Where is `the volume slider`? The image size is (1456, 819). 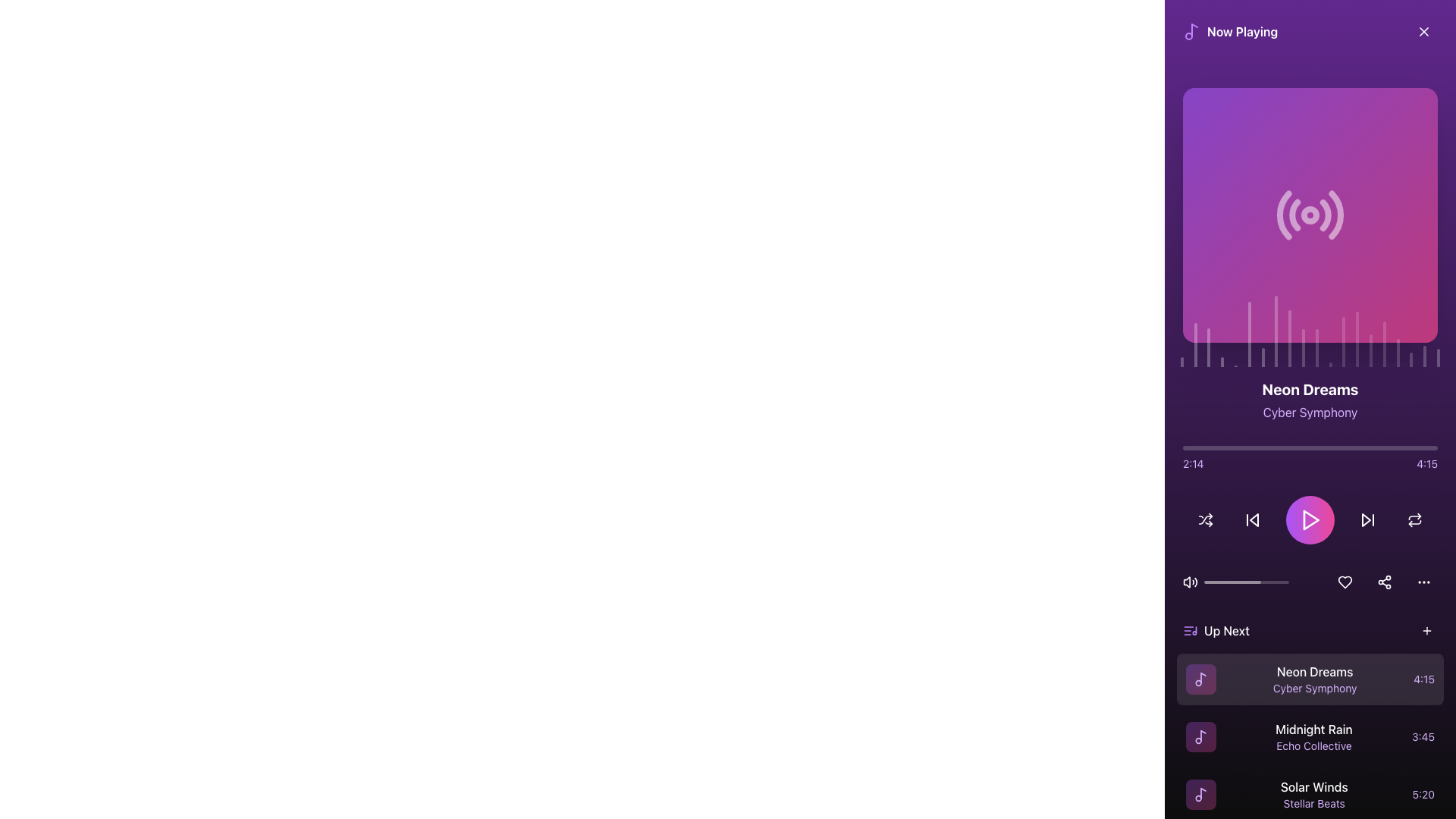 the volume slider is located at coordinates (1222, 581).